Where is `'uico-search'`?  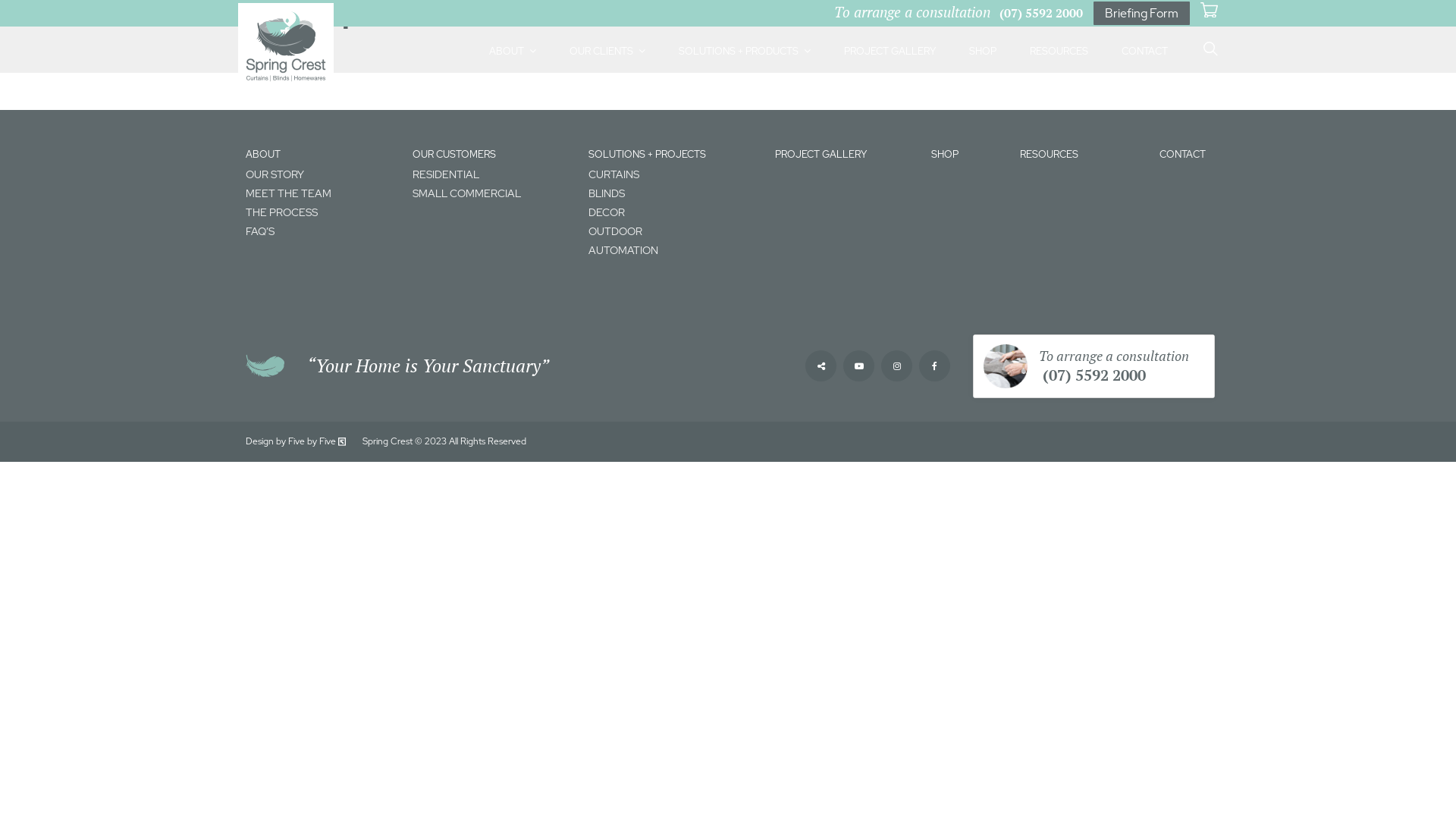
'uico-search' is located at coordinates (1207, 49).